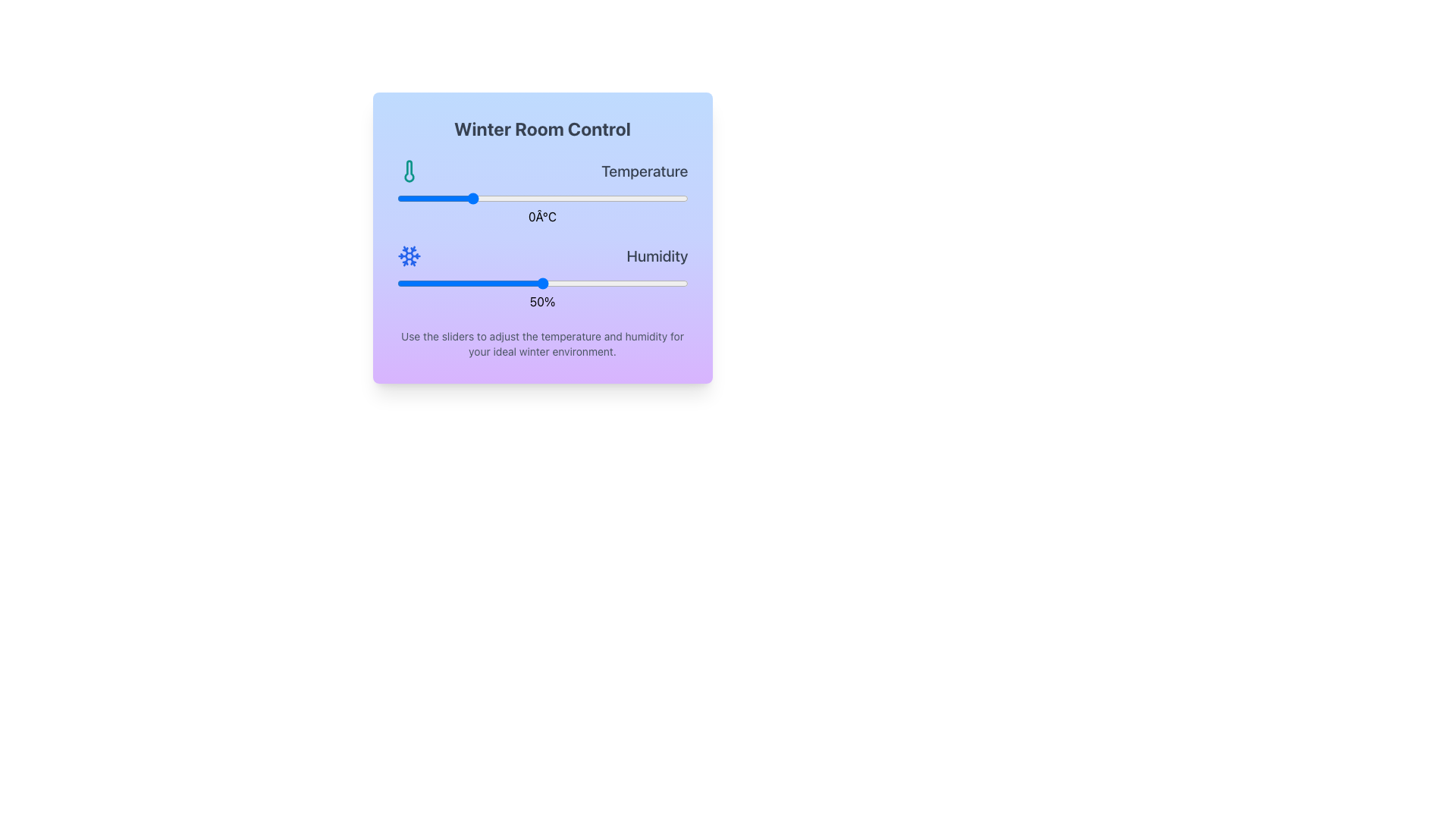 The height and width of the screenshot is (819, 1456). I want to click on the temperature, so click(623, 198).